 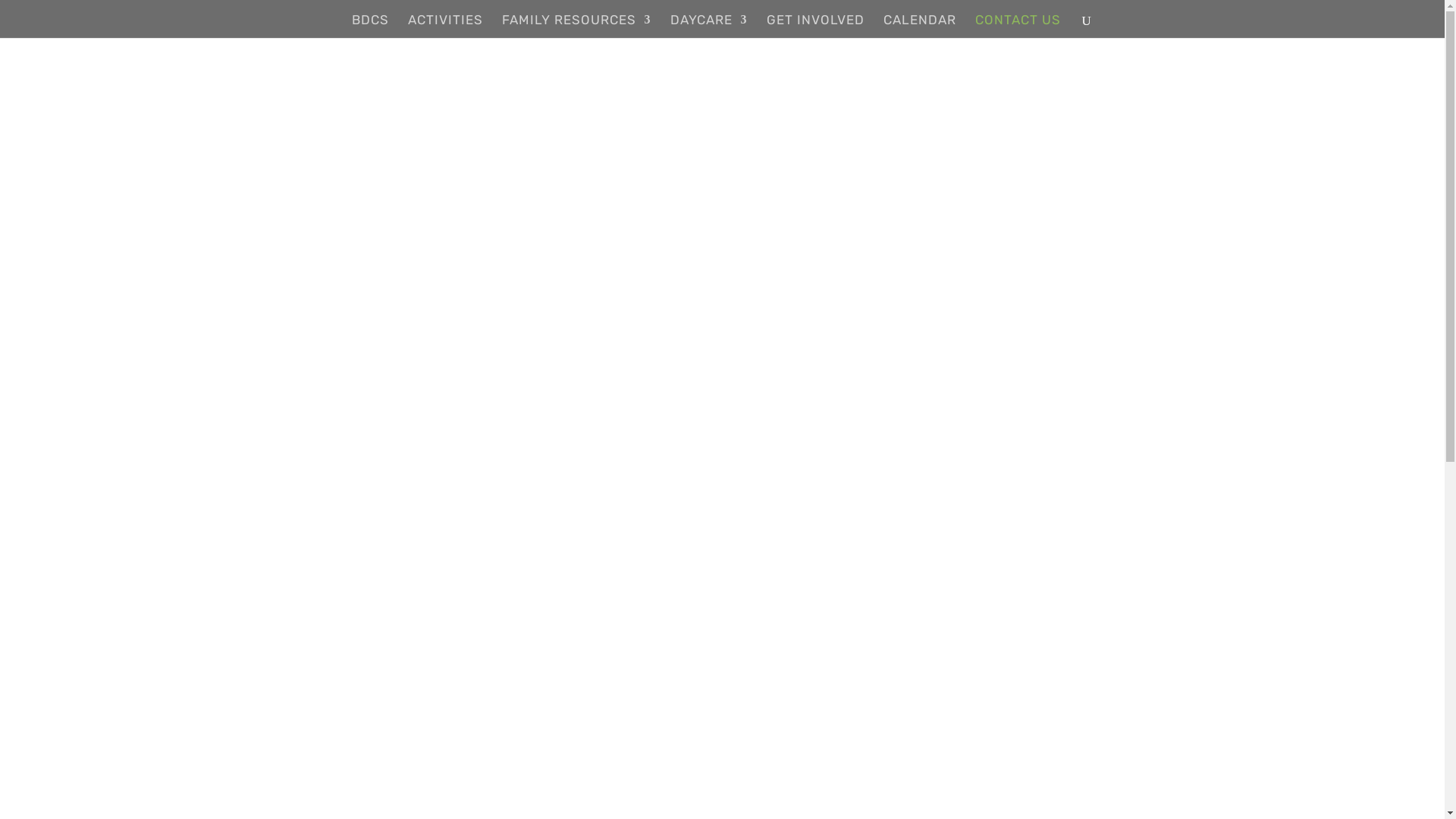 What do you see at coordinates (814, 26) in the screenshot?
I see `'GET INVOLVED'` at bounding box center [814, 26].